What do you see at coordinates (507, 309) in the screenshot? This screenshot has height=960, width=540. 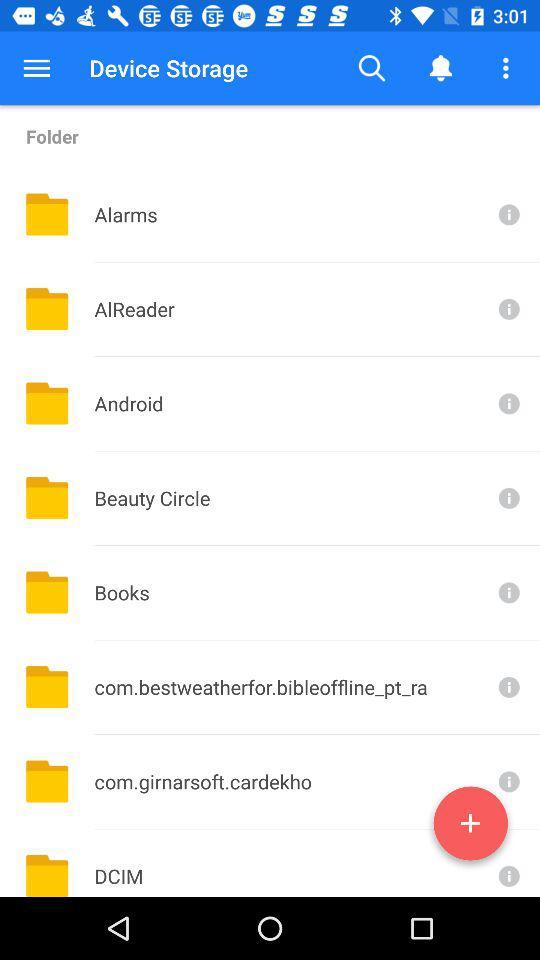 I see `see information` at bounding box center [507, 309].